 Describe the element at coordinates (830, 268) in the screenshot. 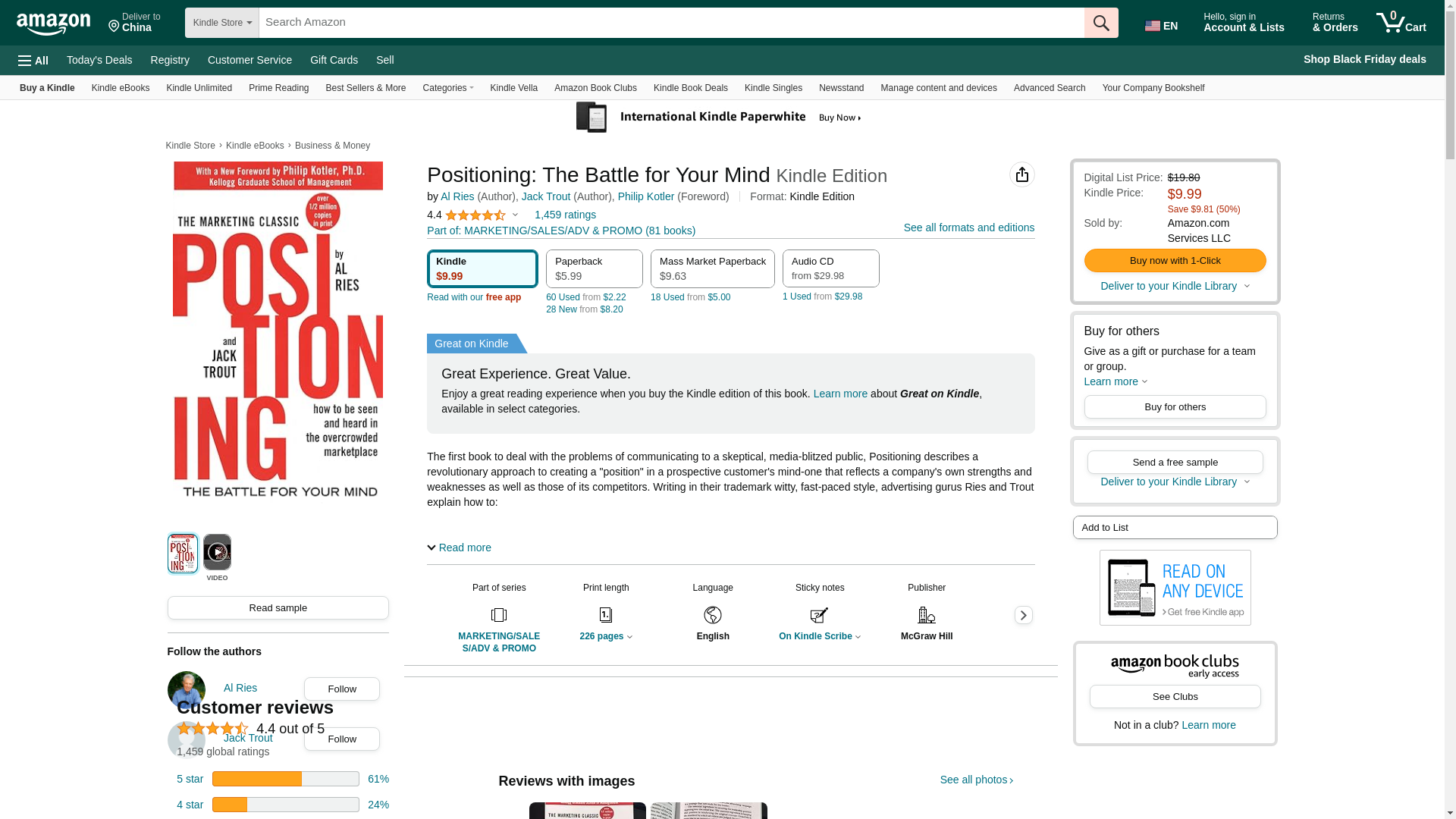

I see `'Audio CD` at that location.